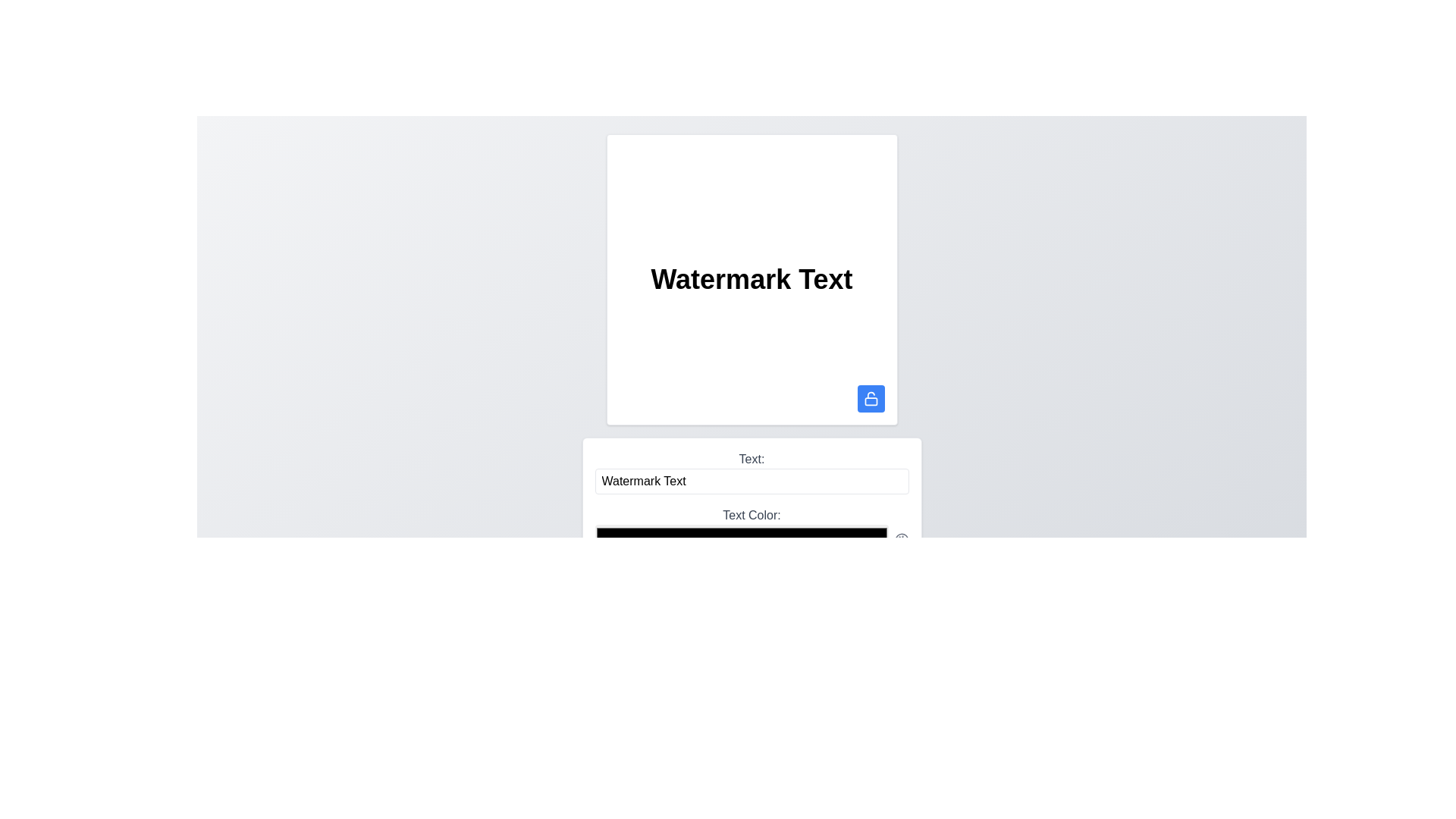 This screenshot has height=819, width=1456. What do you see at coordinates (871, 397) in the screenshot?
I see `the open lock icon, which is positioned in the bottom-right corner of a blue, rounded, square button, indicating an unlocked state` at bounding box center [871, 397].